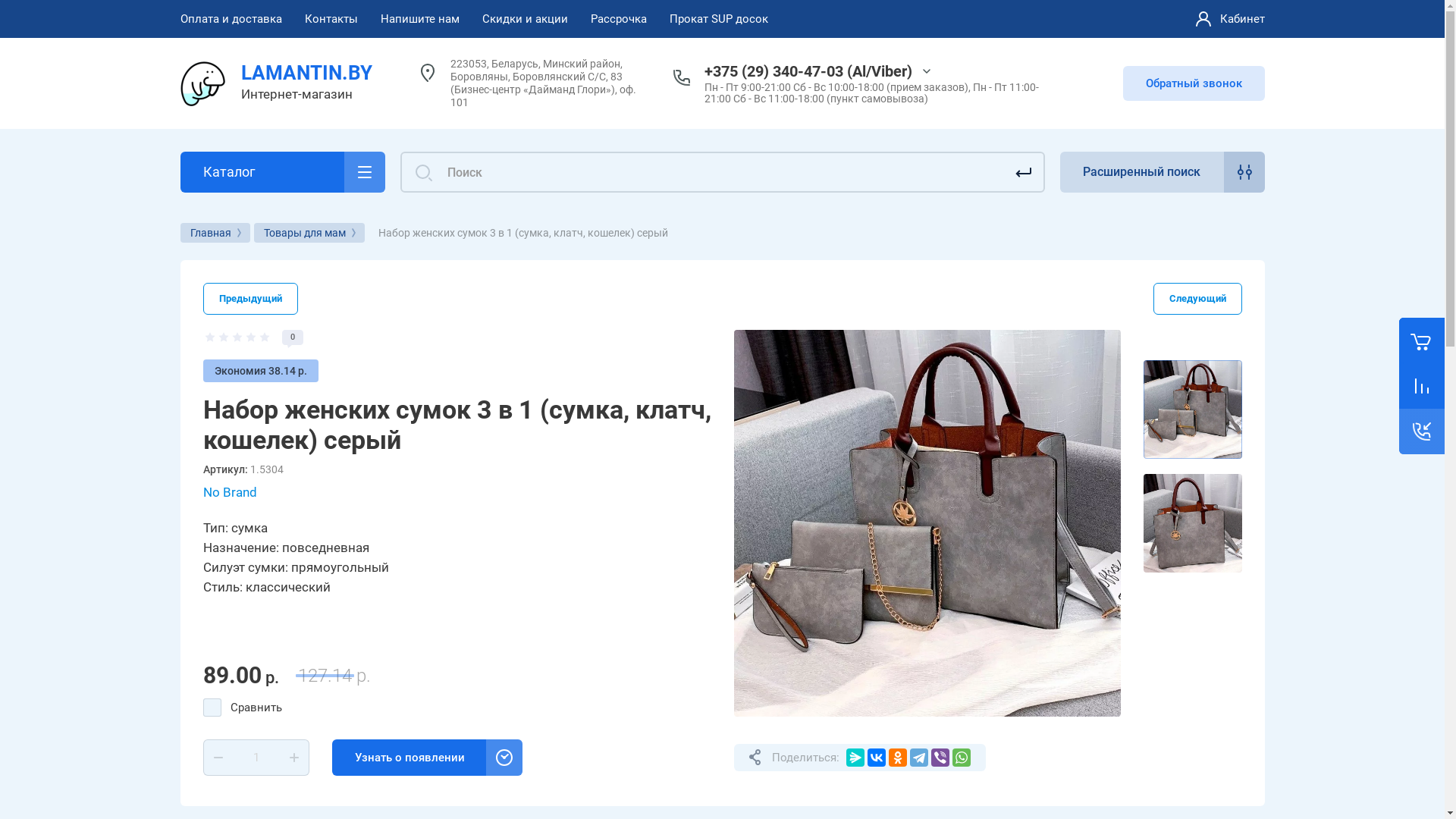  What do you see at coordinates (240, 73) in the screenshot?
I see `'LAMANTIN.BY'` at bounding box center [240, 73].